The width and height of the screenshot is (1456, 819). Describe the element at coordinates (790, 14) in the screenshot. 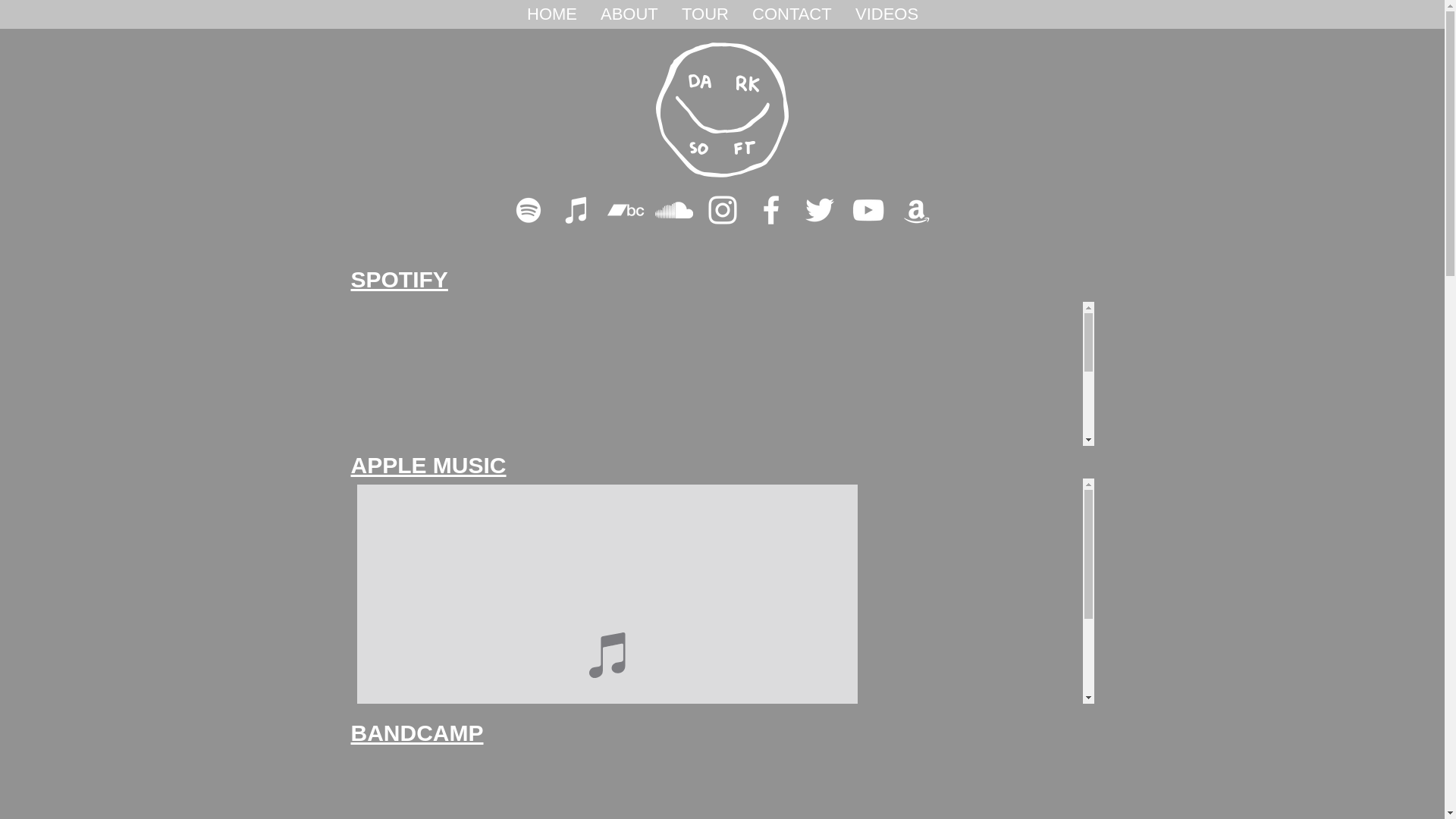

I see `'CONTACT'` at that location.